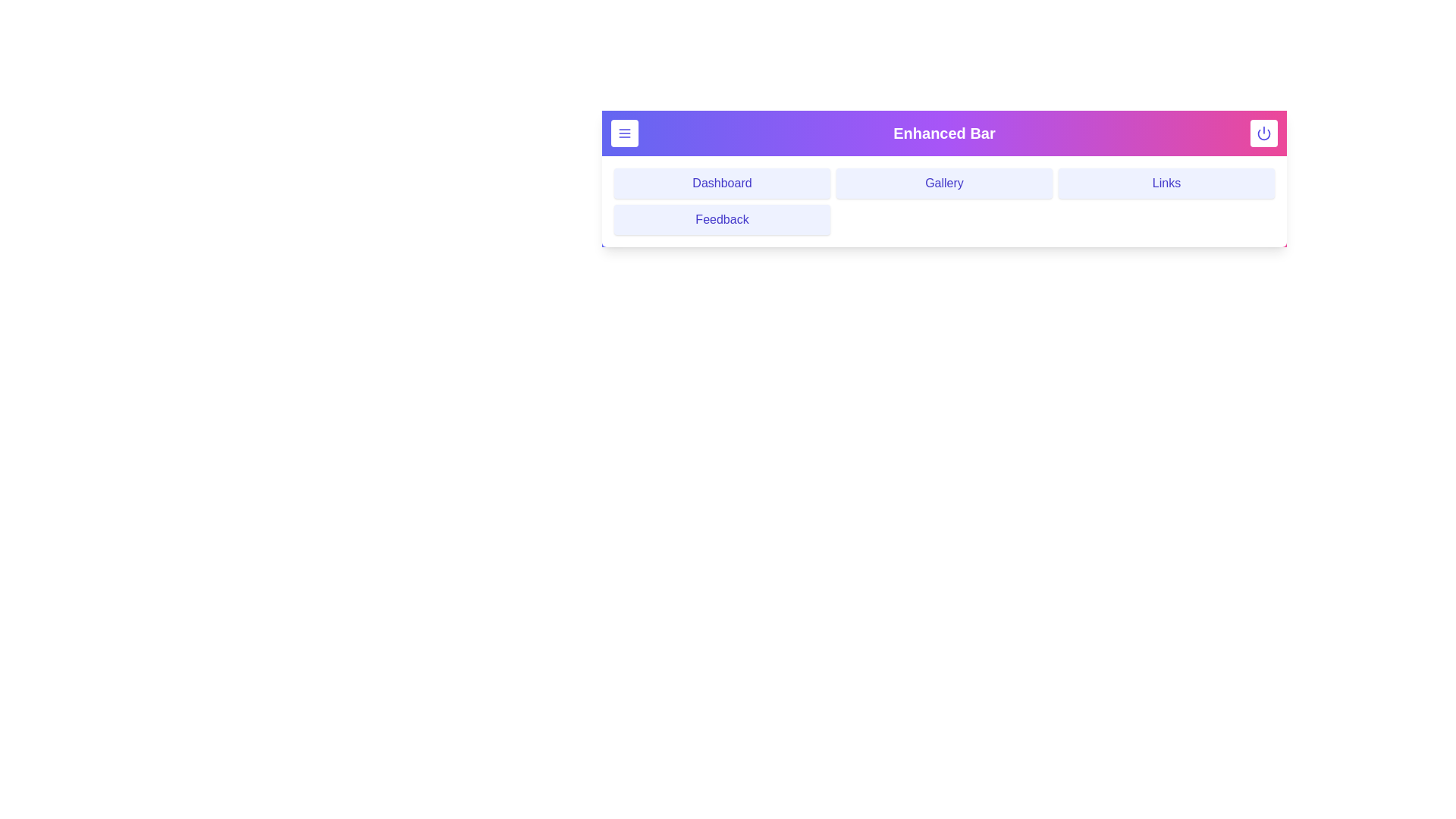 The height and width of the screenshot is (819, 1456). What do you see at coordinates (1166, 183) in the screenshot?
I see `the navigation menu item Links` at bounding box center [1166, 183].